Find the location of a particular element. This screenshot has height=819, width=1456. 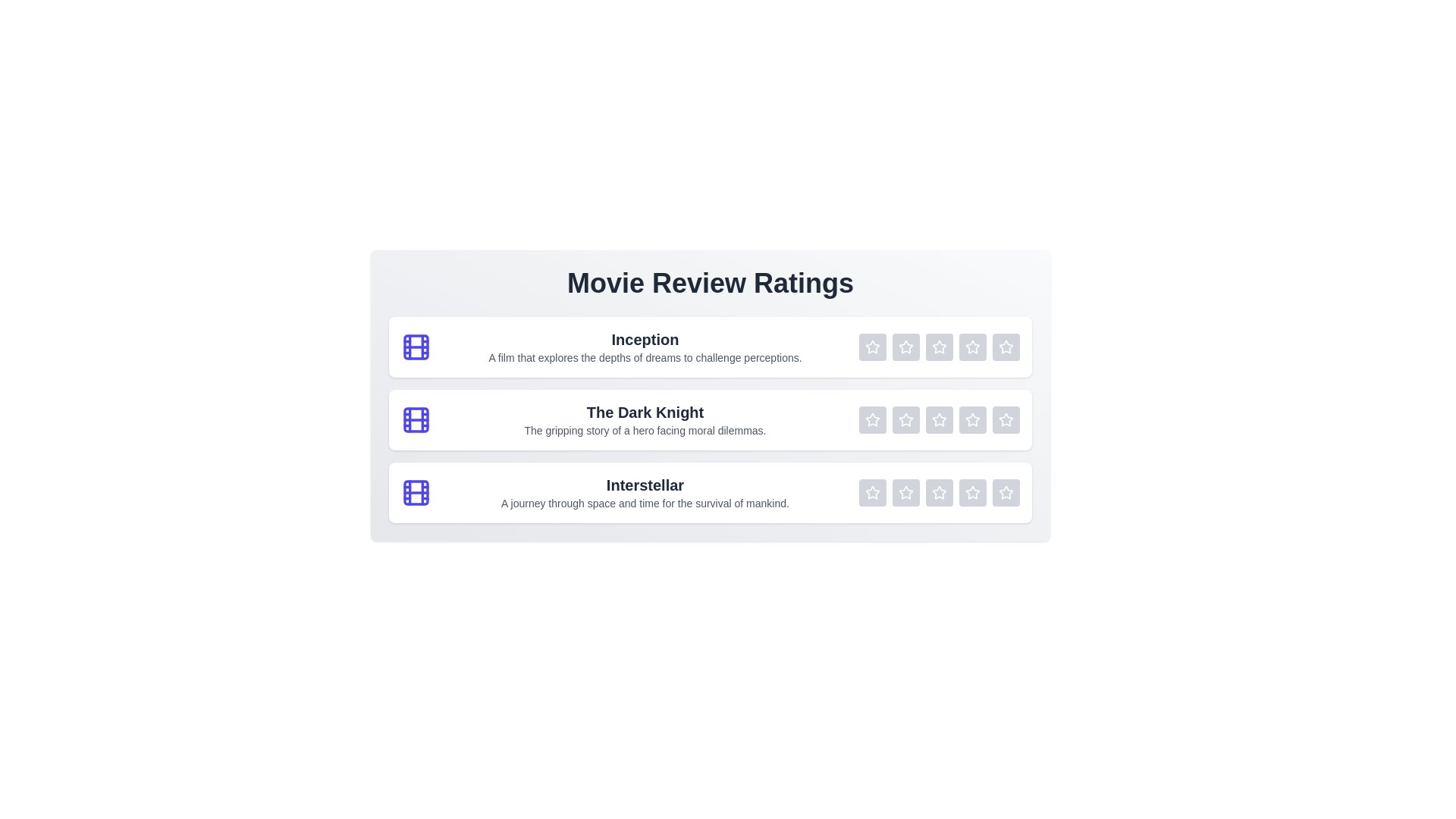

the rating of a movie to 2 stars by clicking the corresponding star is located at coordinates (906, 347).